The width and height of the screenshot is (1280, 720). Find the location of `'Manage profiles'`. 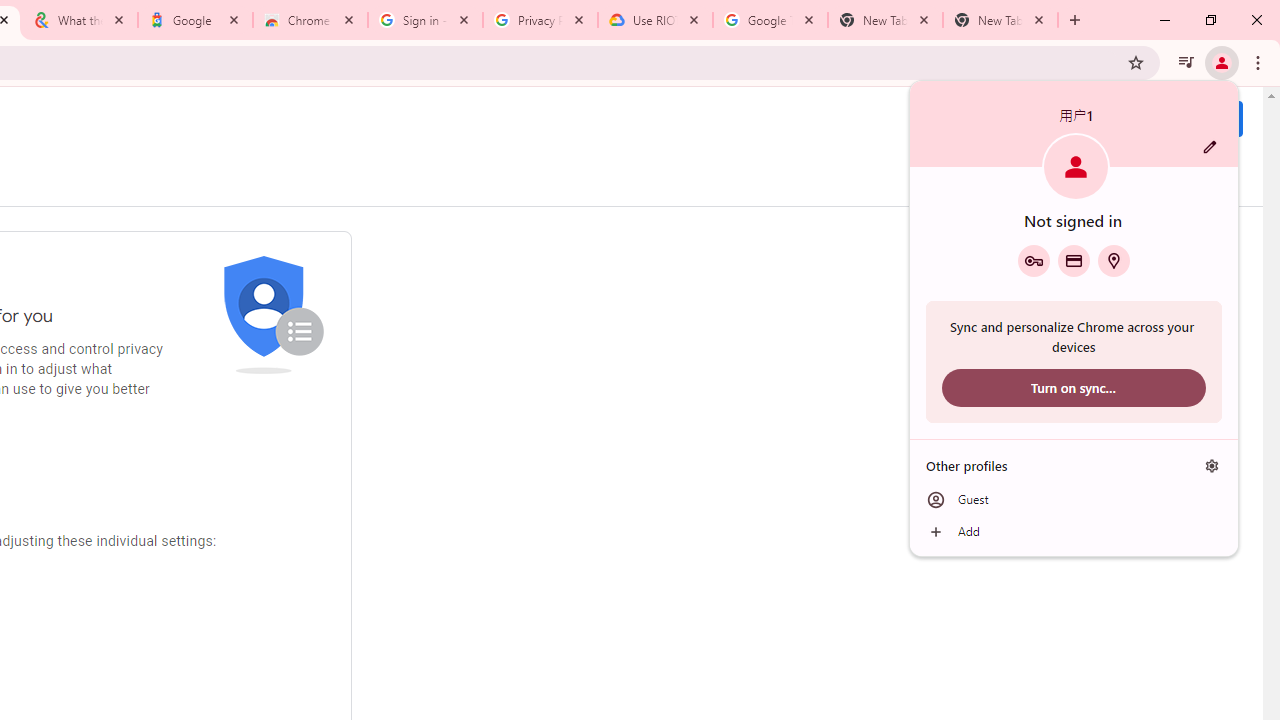

'Manage profiles' is located at coordinates (1211, 465).